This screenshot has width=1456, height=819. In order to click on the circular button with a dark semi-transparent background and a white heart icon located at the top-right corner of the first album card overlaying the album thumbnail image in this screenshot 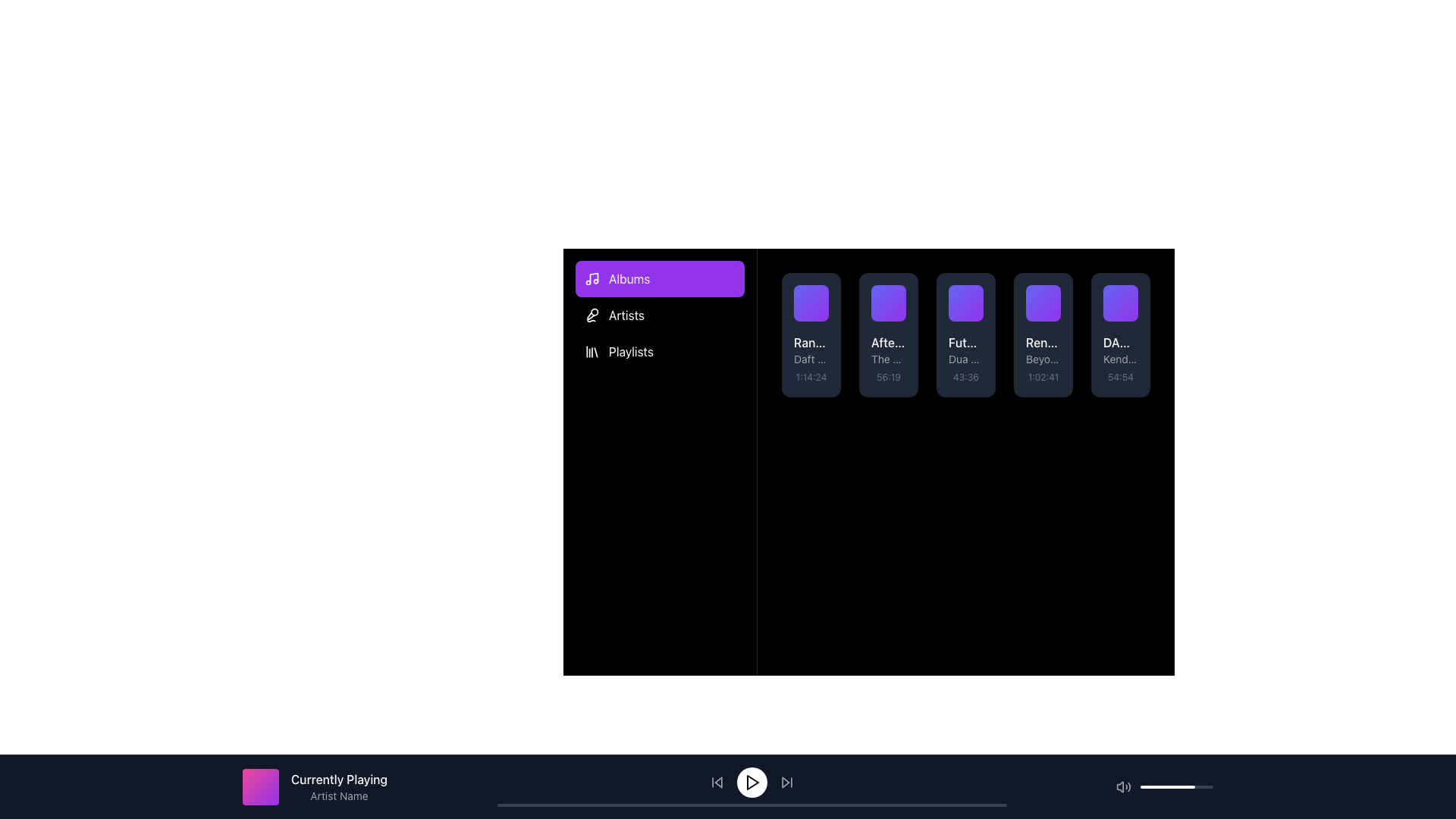, I will do `click(818, 294)`.